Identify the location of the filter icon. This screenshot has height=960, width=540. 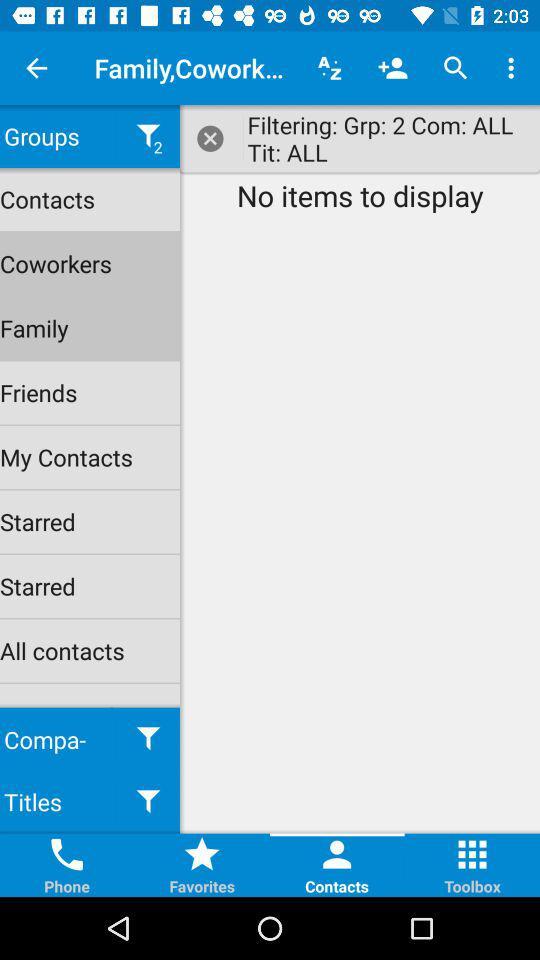
(147, 135).